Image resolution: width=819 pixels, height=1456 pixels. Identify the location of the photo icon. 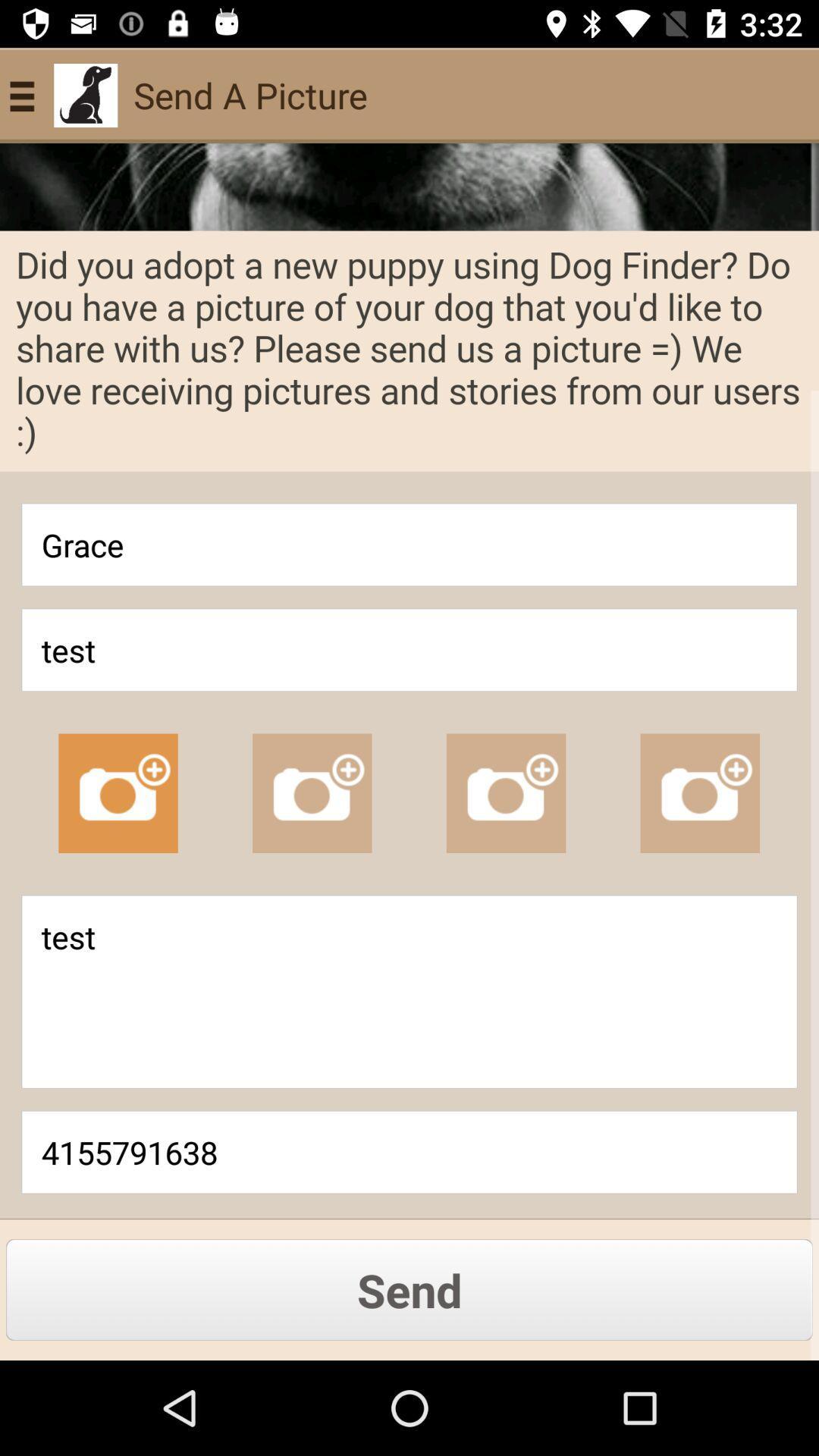
(700, 792).